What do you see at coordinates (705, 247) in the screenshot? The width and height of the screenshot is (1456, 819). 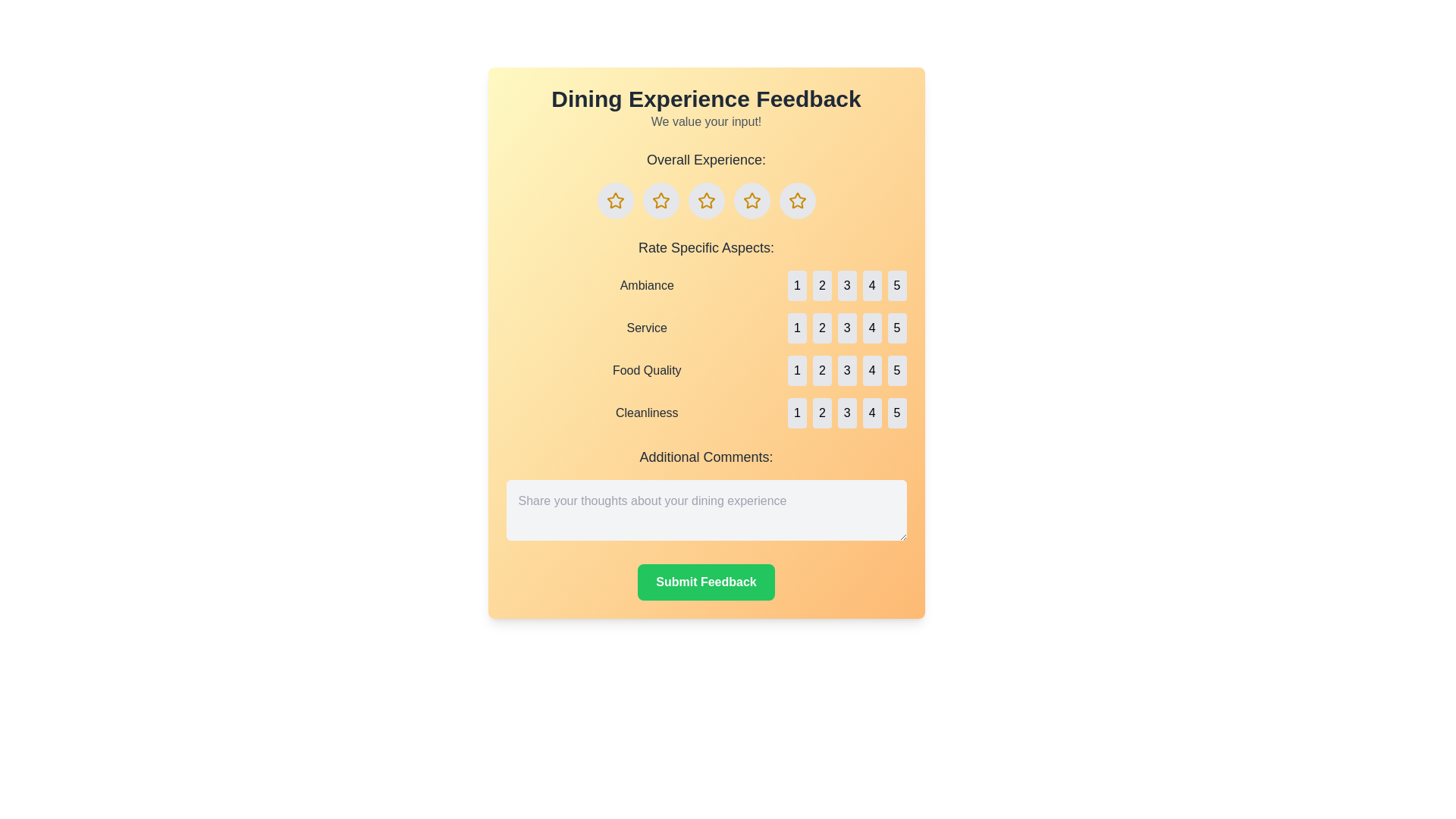 I see `the static text heading that serves as a section title for aspect rating options, positioned below the 'Overall Experience' section` at bounding box center [705, 247].